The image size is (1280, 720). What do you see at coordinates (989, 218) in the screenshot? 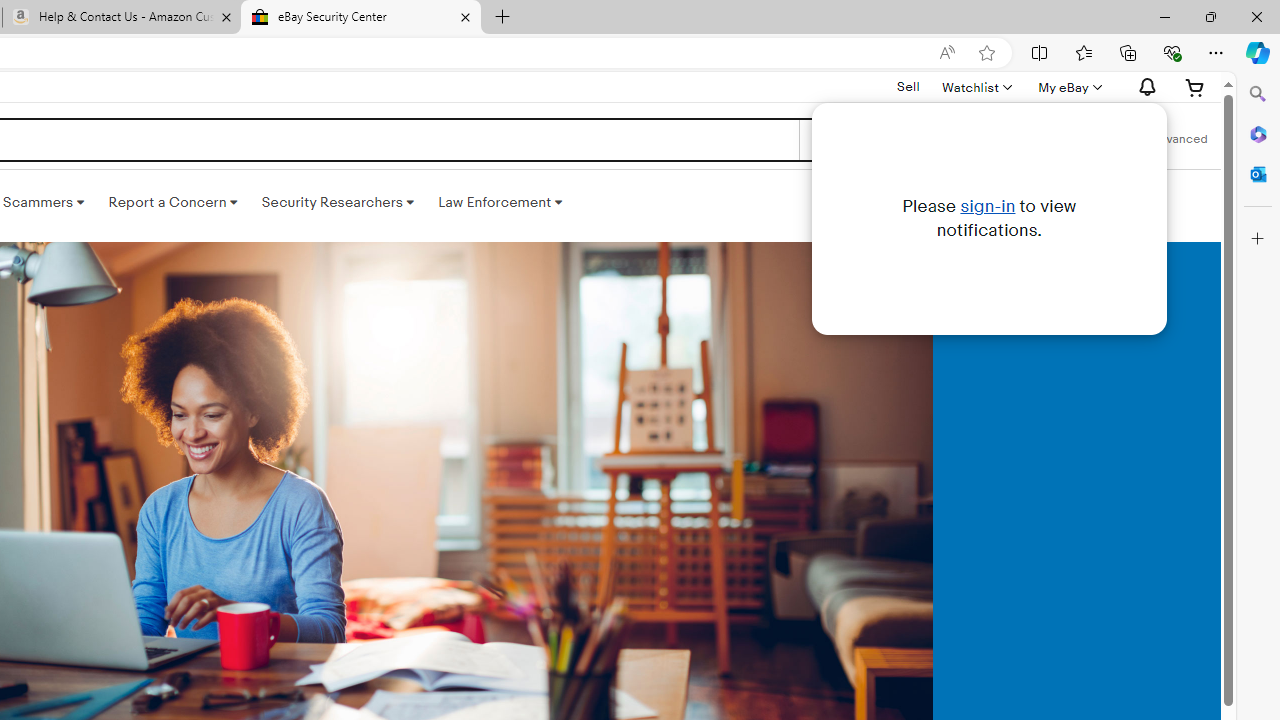
I see `'Please sign-in to view notifications.'` at bounding box center [989, 218].